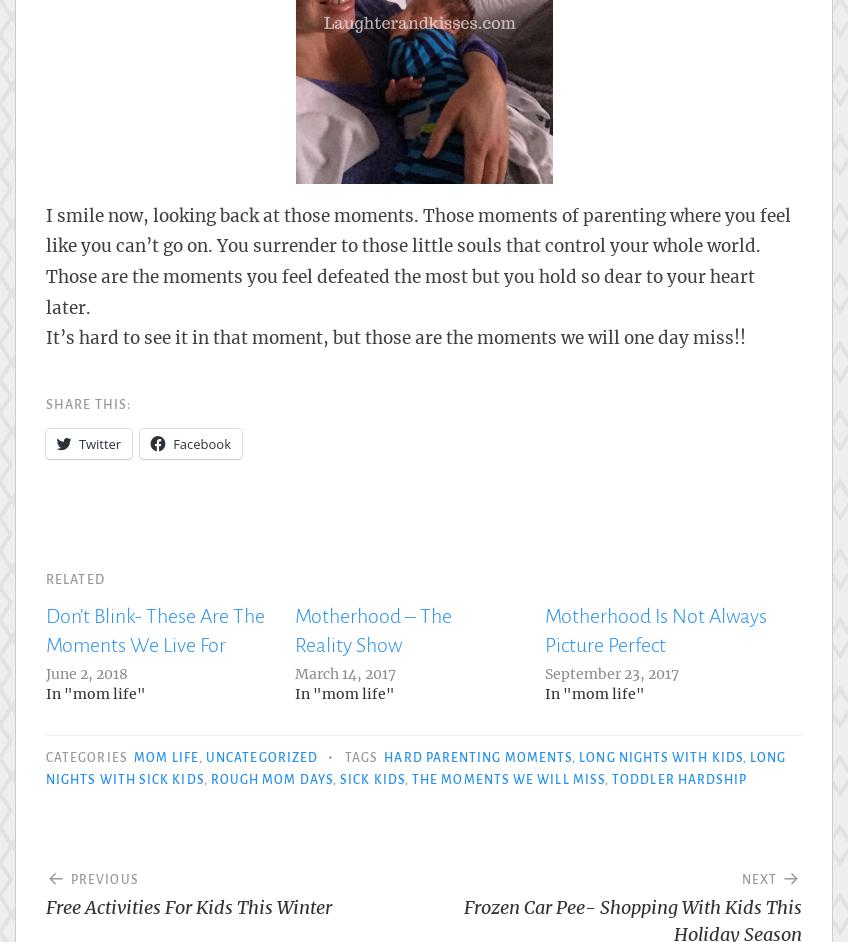 The image size is (848, 942). What do you see at coordinates (44, 260) in the screenshot?
I see `'I smile now, looking back at those moments. Those moments of parenting where you feel like you can’t go on. You surrender to those little souls that control your whole world. Those are the moments you feel defeated the most but you hold so dear to your heart later.'` at bounding box center [44, 260].